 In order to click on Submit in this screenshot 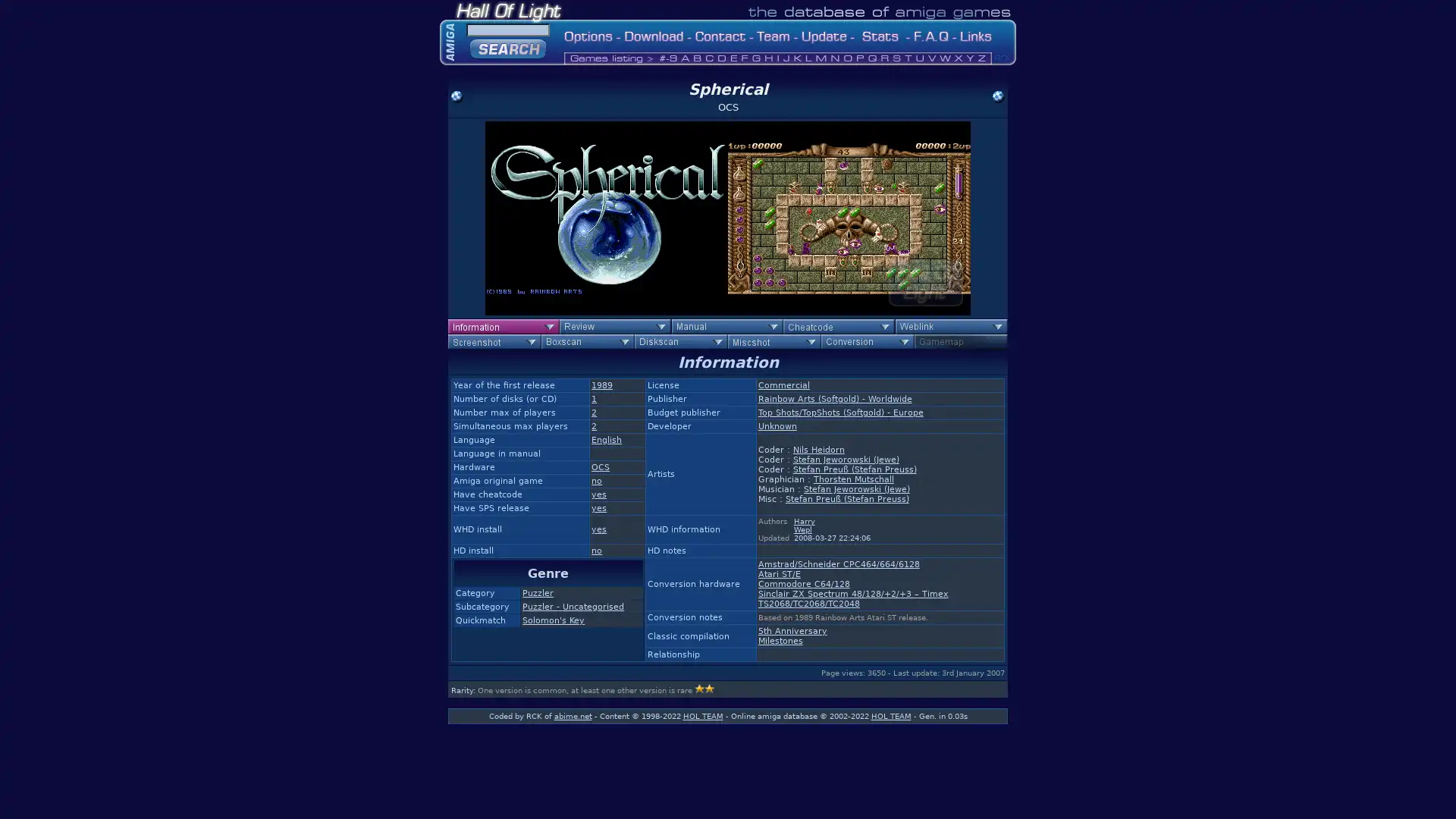, I will do `click(508, 46)`.